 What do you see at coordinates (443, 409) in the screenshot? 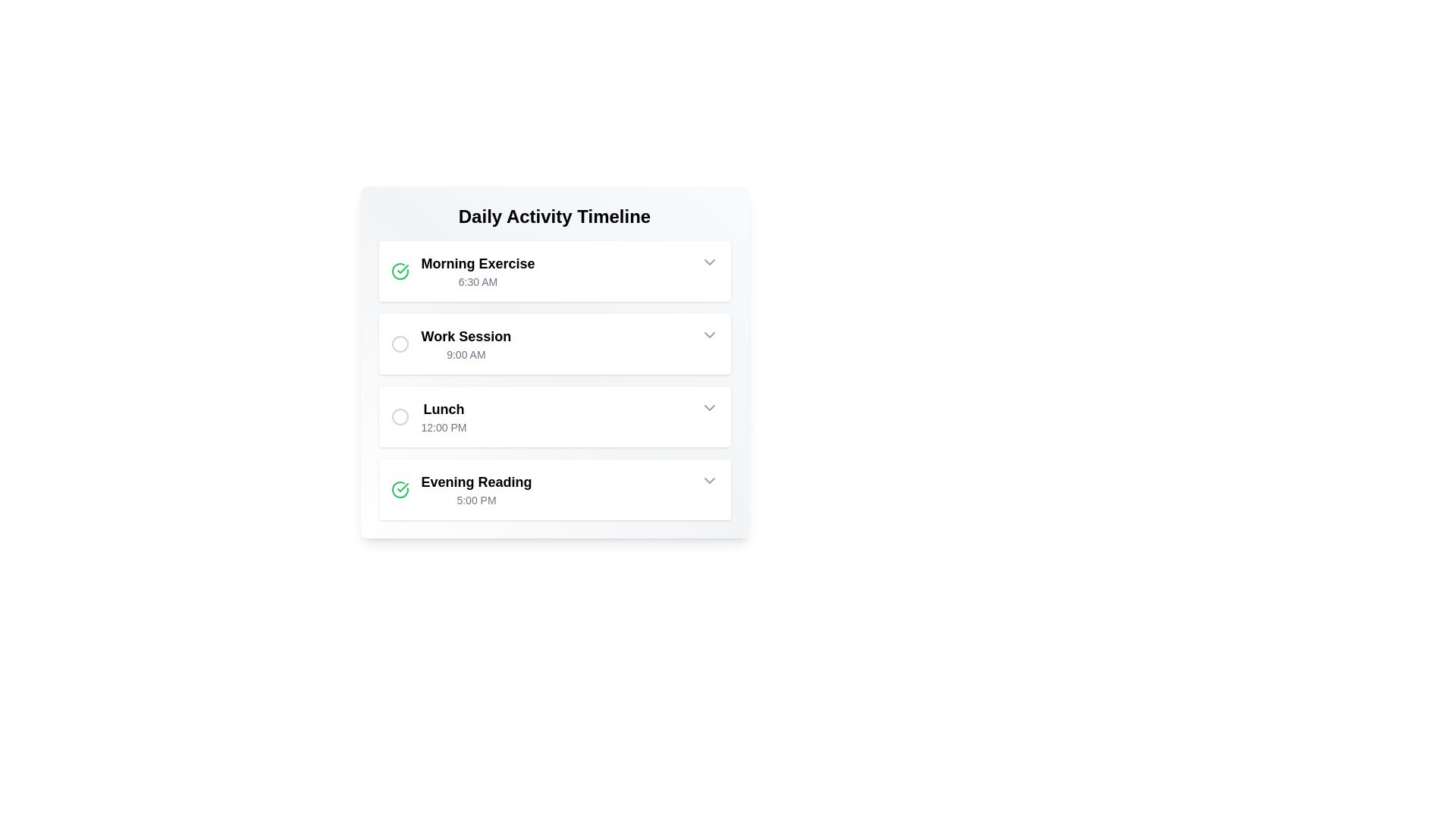
I see `the title text label of the third timeline entry in the 'Daily Activity Timeline', which describes the associated activity and is positioned above a smaller text element that indicates '12:00 PM'` at bounding box center [443, 409].